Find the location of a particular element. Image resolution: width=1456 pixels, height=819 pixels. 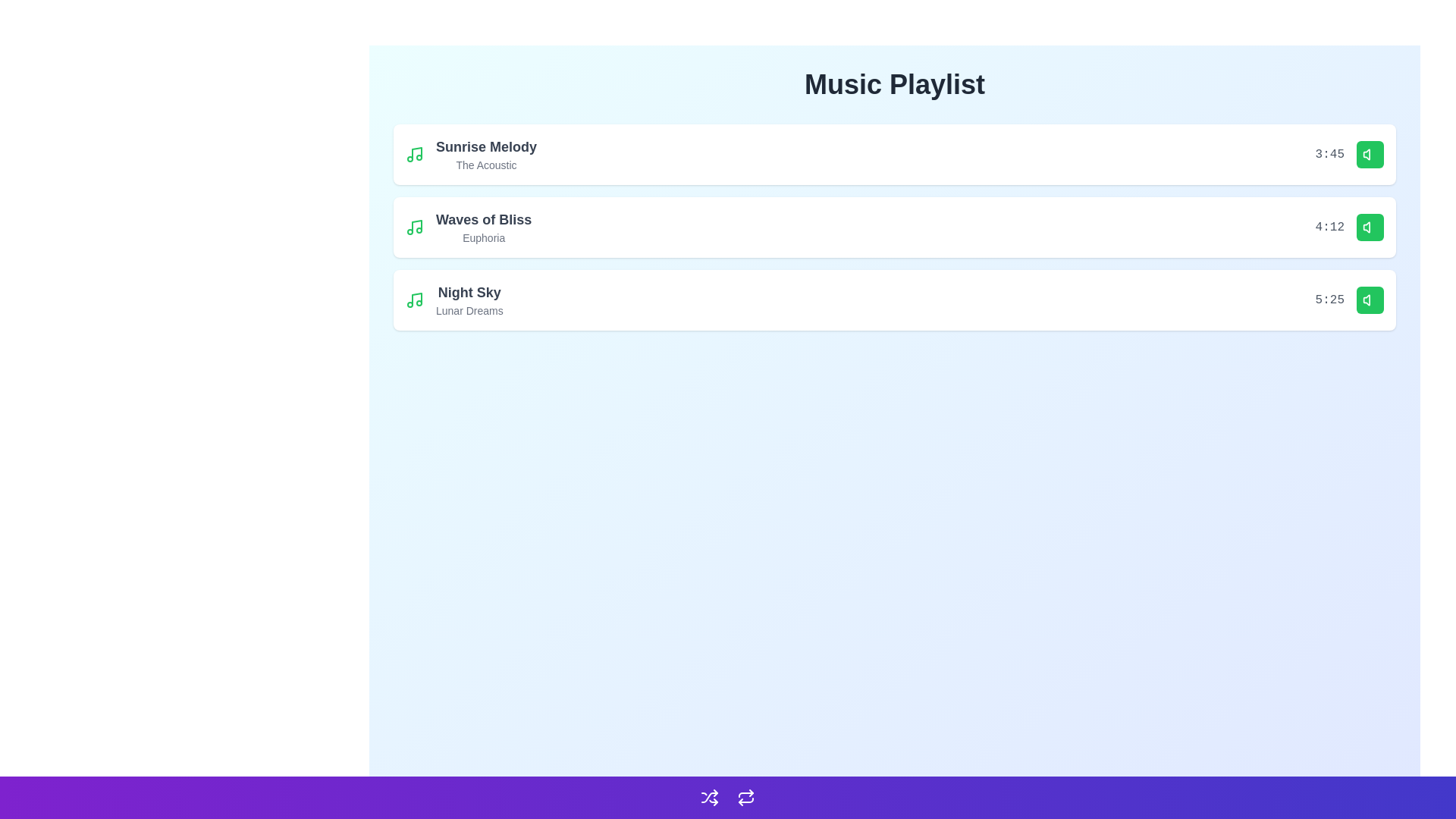

the text label that indicates the duration of a playlist item, located in the second row of the playlist, aligned to the right side beside the green volume button is located at coordinates (1329, 227).